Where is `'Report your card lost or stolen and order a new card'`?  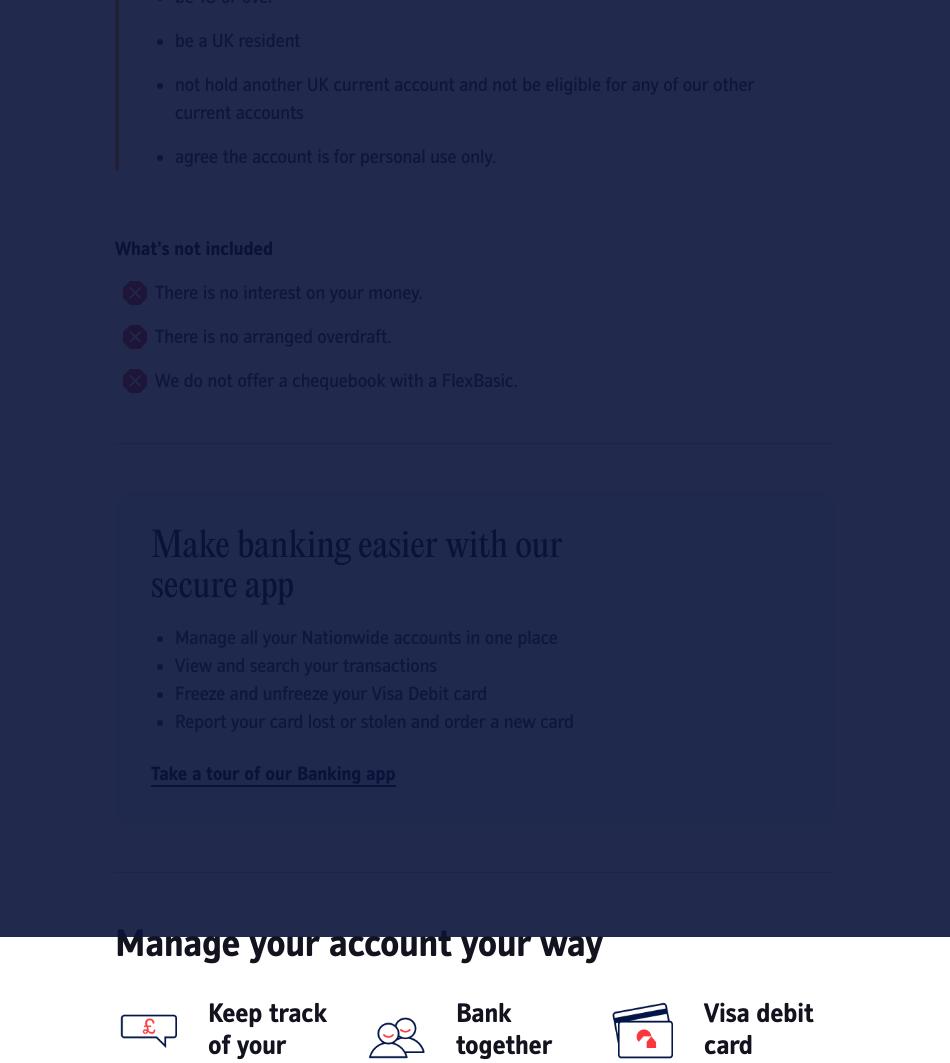
'Report your card lost or stolen and order a new card' is located at coordinates (373, 720).